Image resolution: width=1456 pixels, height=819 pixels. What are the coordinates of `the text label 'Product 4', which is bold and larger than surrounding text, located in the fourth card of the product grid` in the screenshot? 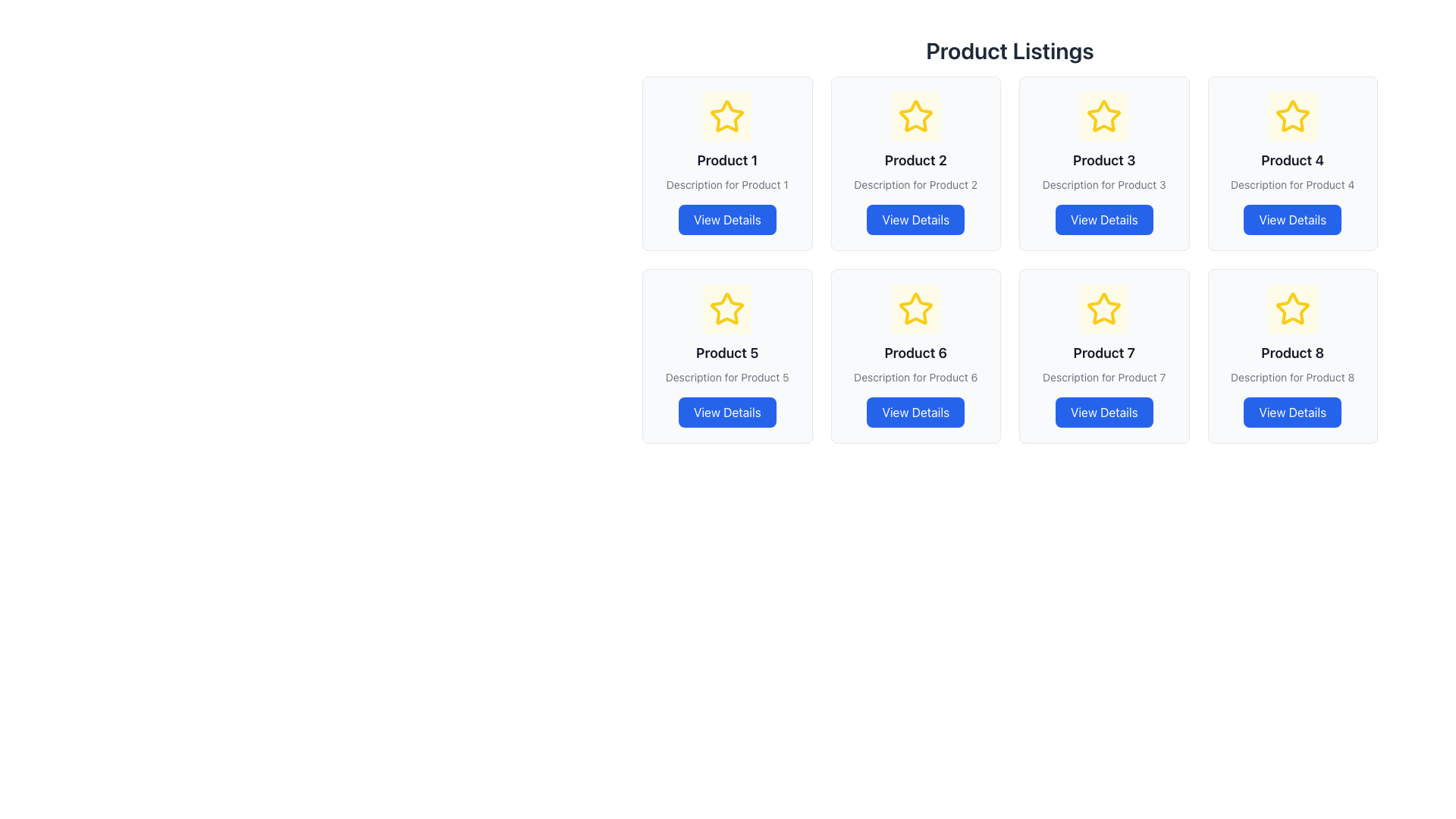 It's located at (1291, 161).